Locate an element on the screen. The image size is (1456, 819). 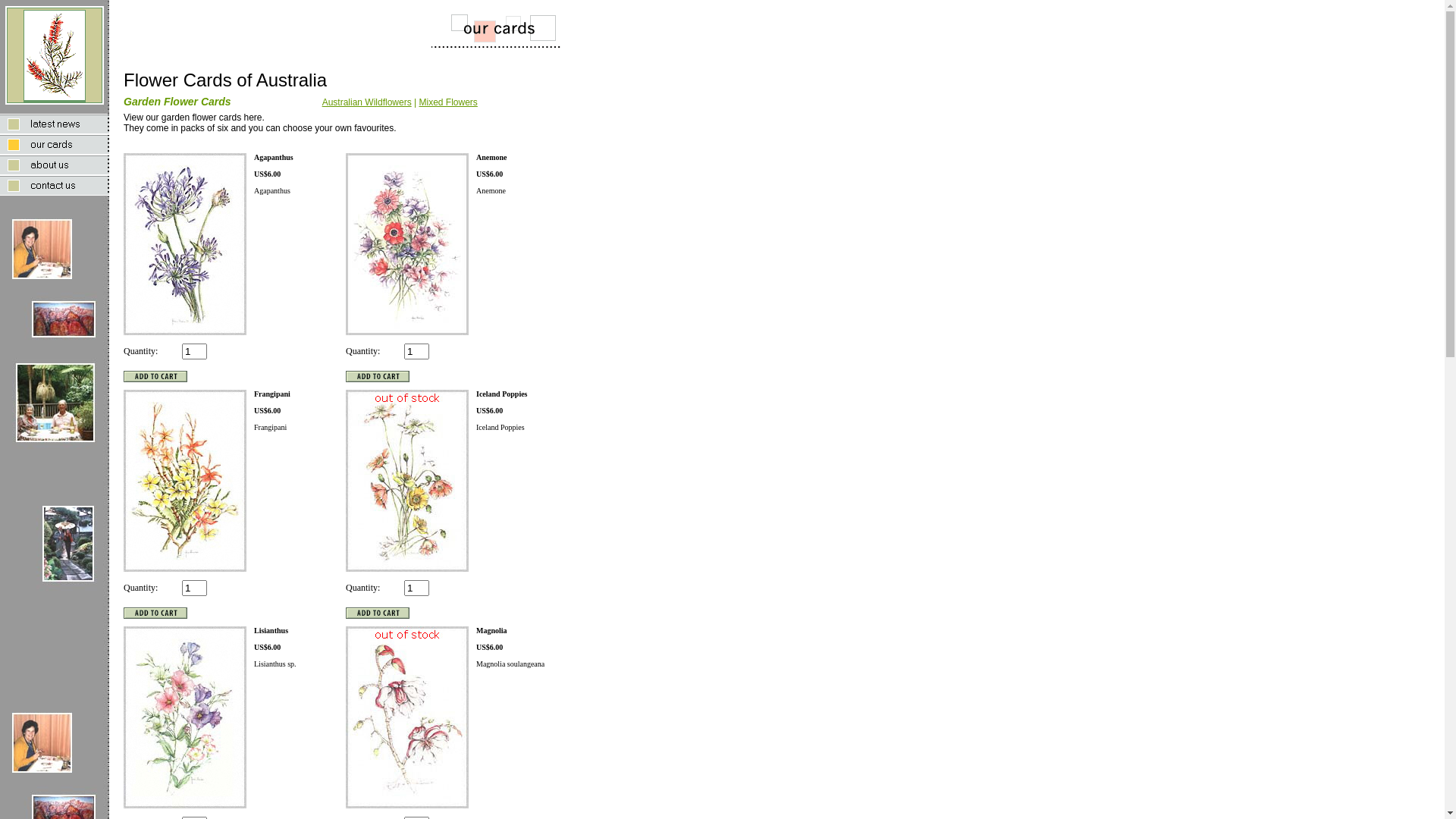
'title_products' is located at coordinates (482, 29).